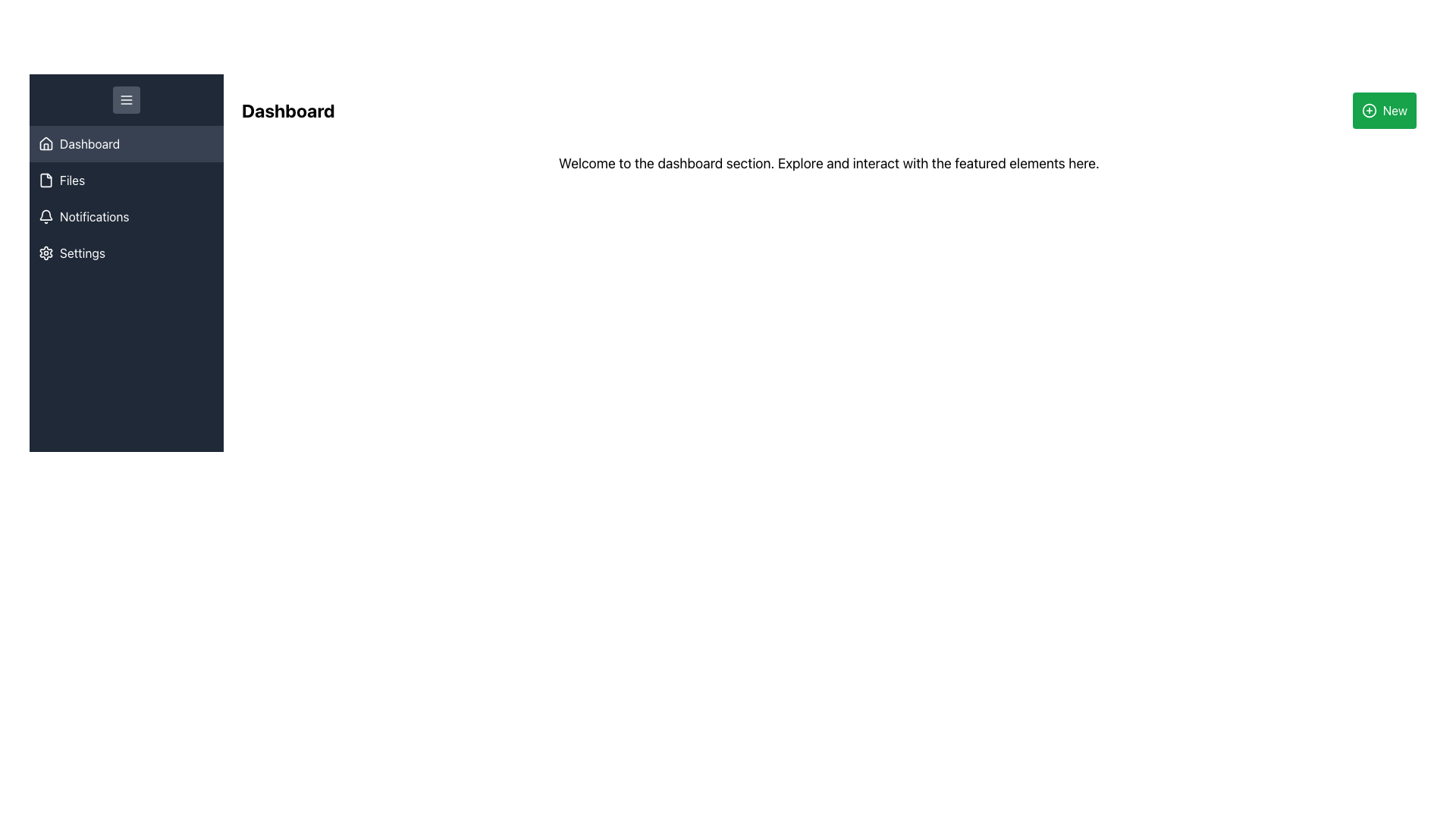  I want to click on the fourth navigation item in the left-side pane of the interface, so click(127, 253).